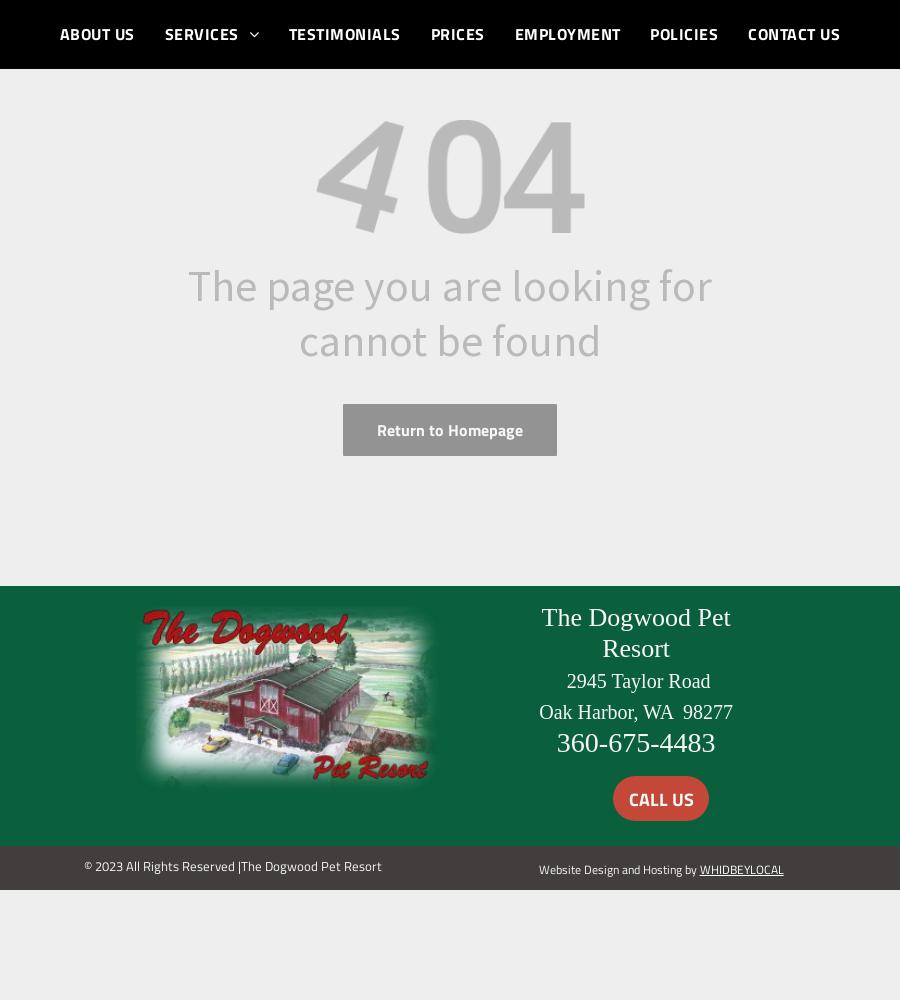  I want to click on 'ABOUT US', so click(95, 34).